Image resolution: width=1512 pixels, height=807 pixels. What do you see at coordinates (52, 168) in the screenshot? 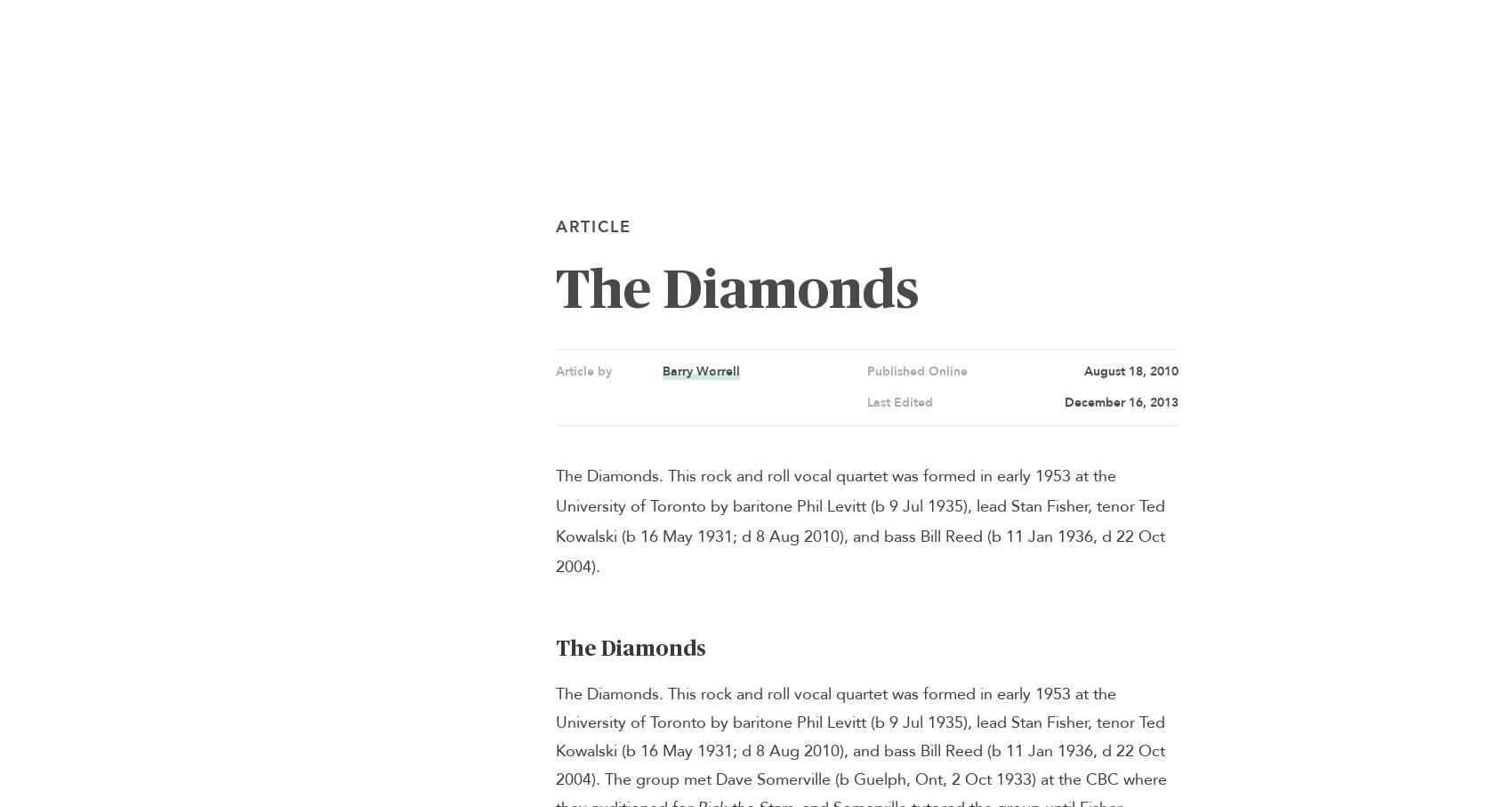
I see `'Resources'` at bounding box center [52, 168].